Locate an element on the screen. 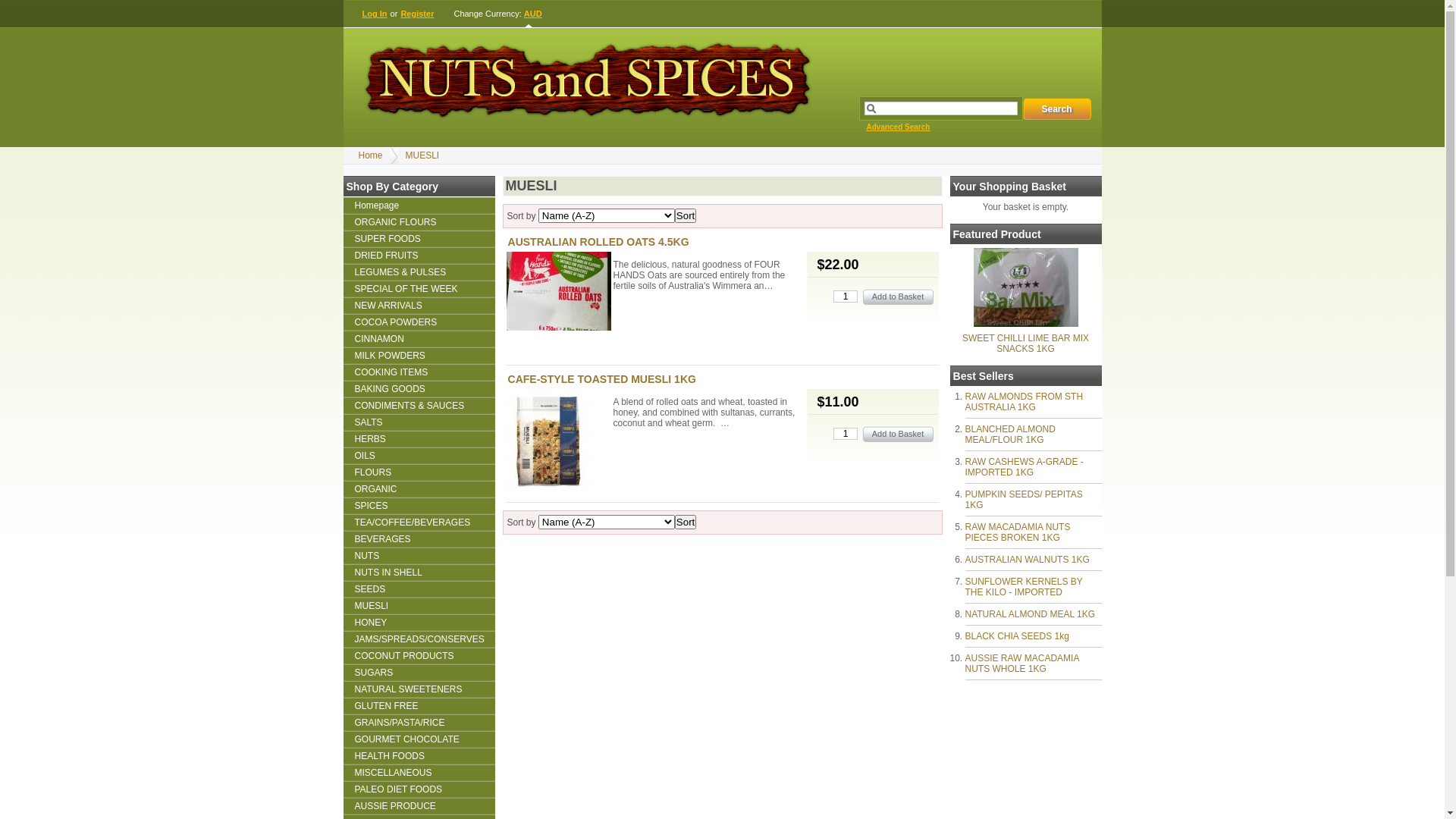 The height and width of the screenshot is (819, 1456). 'AUD' is located at coordinates (533, 14).